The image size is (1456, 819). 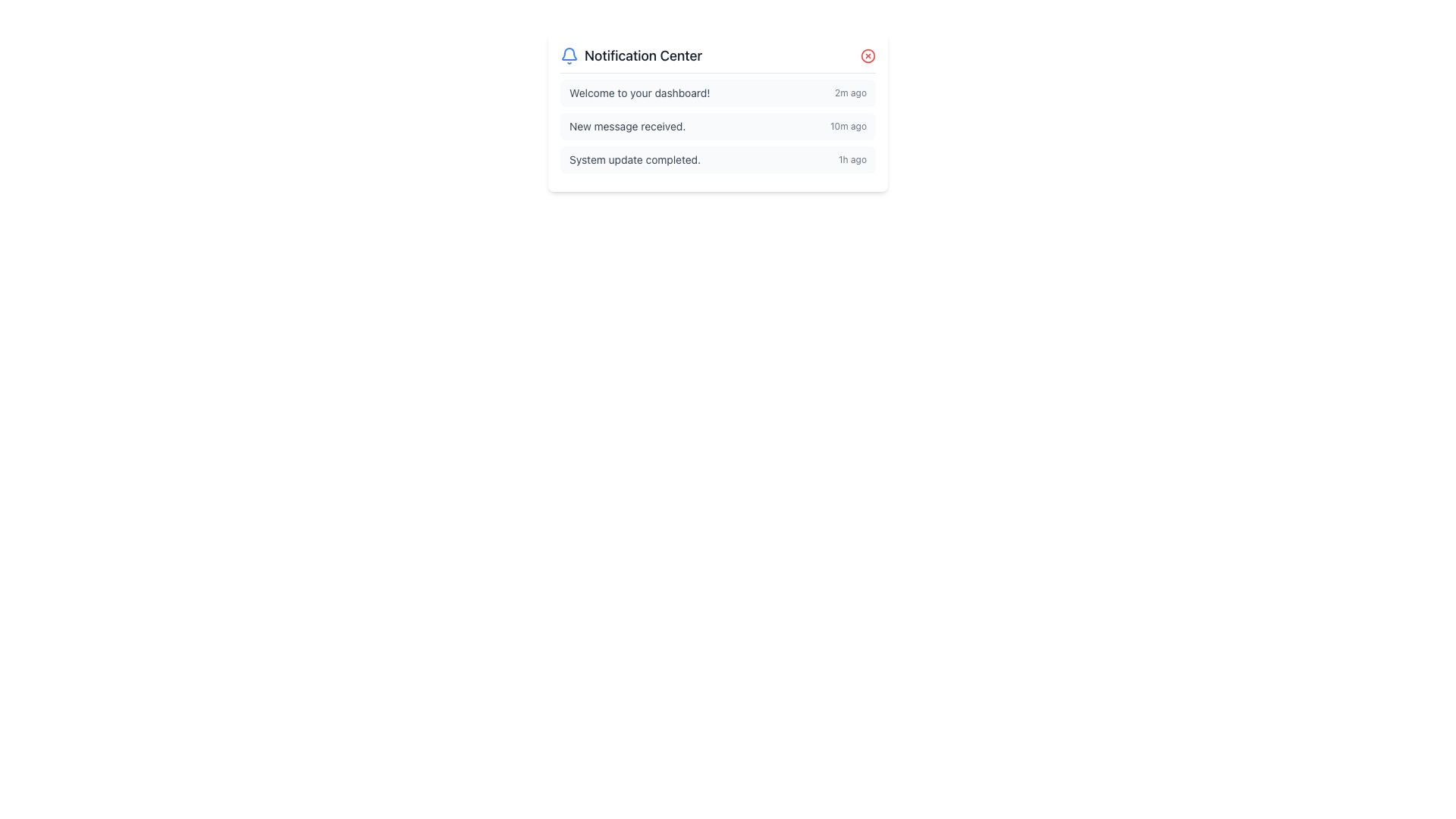 What do you see at coordinates (635, 160) in the screenshot?
I see `the text label displaying 'System update completed.' in the third notification box under the 'Notification Center'` at bounding box center [635, 160].